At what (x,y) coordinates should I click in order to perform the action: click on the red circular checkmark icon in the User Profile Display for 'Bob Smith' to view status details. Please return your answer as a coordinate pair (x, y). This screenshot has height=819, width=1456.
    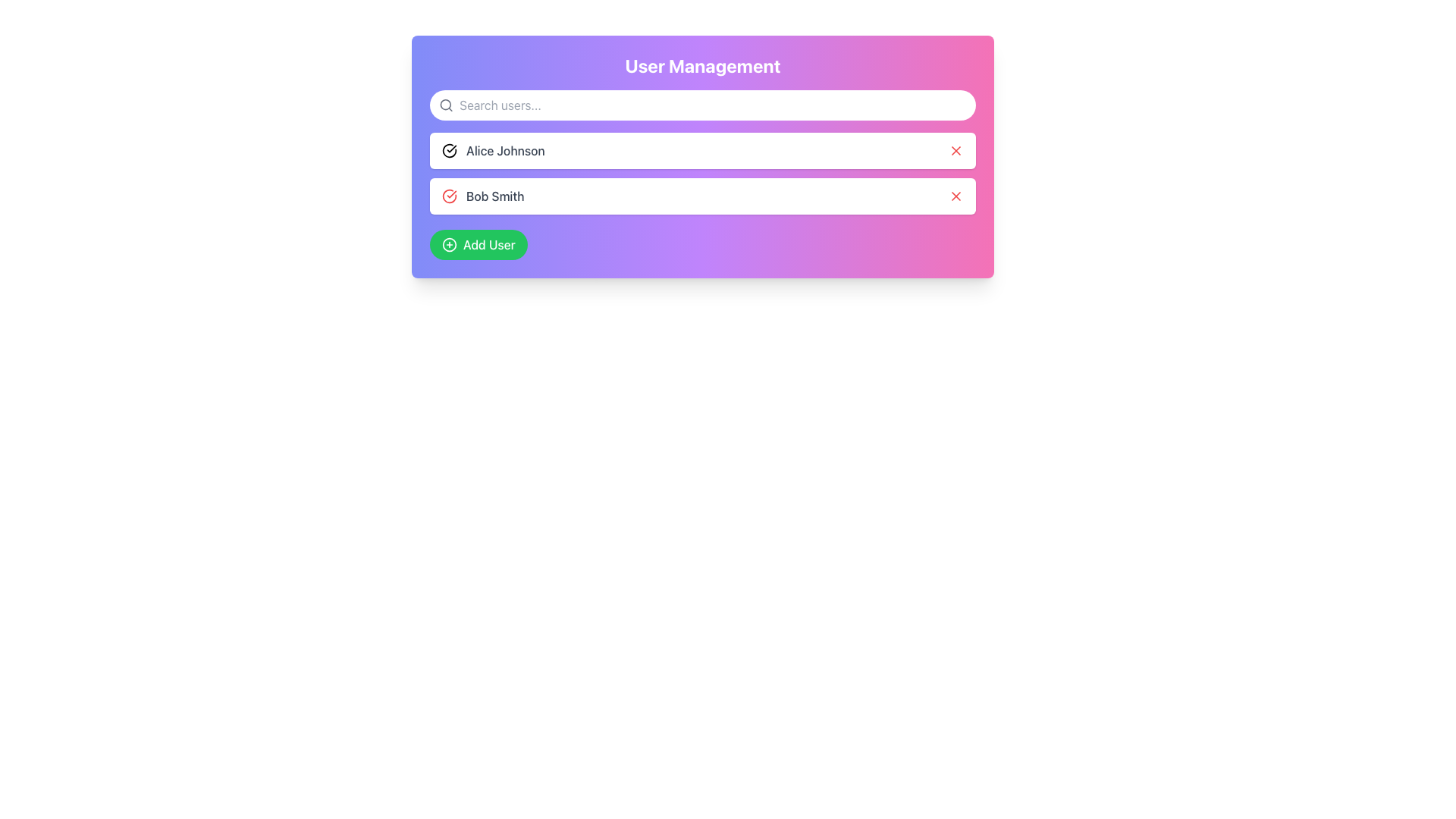
    Looking at the image, I should click on (482, 195).